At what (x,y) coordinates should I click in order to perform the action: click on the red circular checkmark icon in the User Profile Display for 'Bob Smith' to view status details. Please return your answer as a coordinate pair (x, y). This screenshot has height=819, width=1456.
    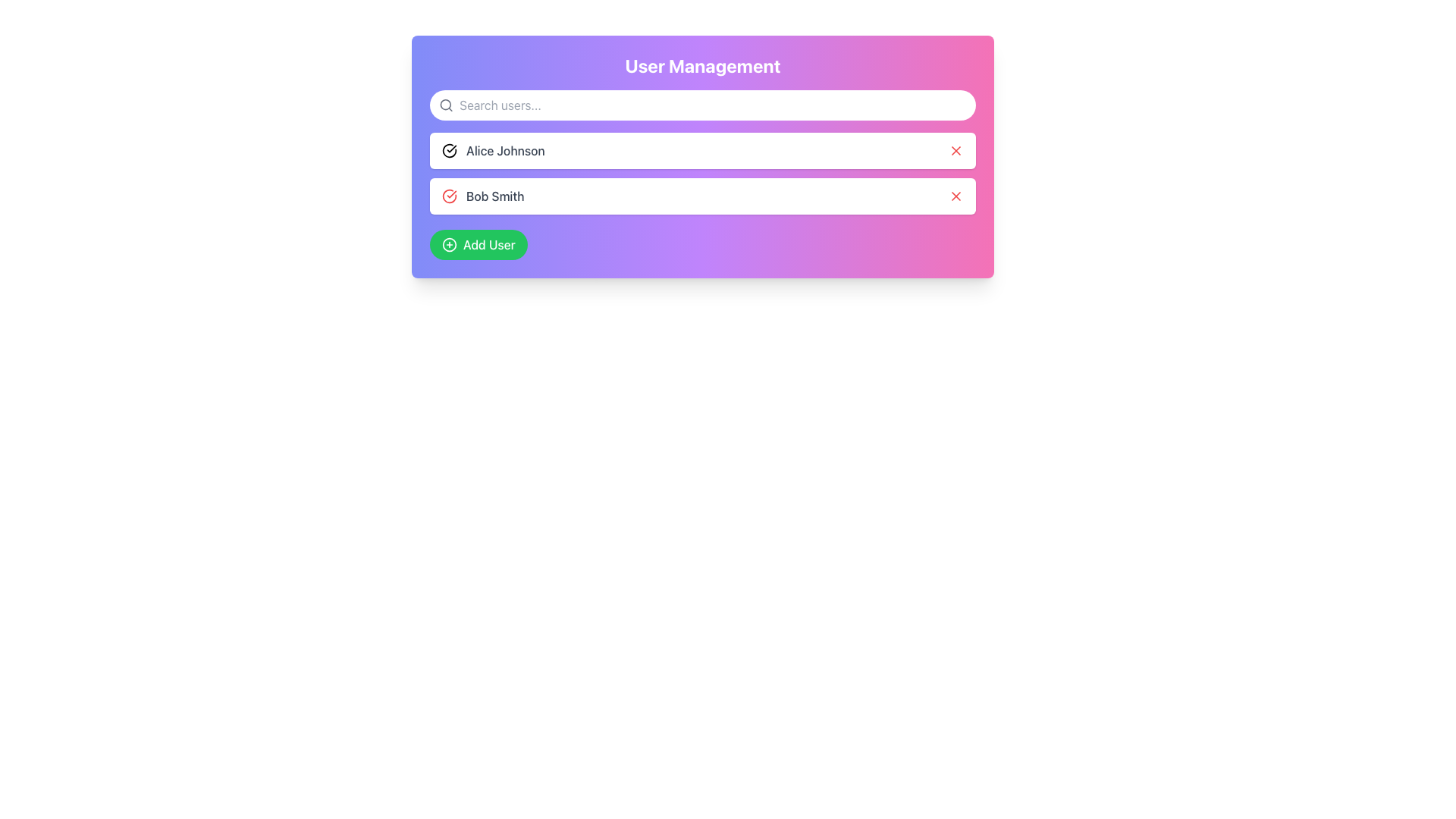
    Looking at the image, I should click on (482, 195).